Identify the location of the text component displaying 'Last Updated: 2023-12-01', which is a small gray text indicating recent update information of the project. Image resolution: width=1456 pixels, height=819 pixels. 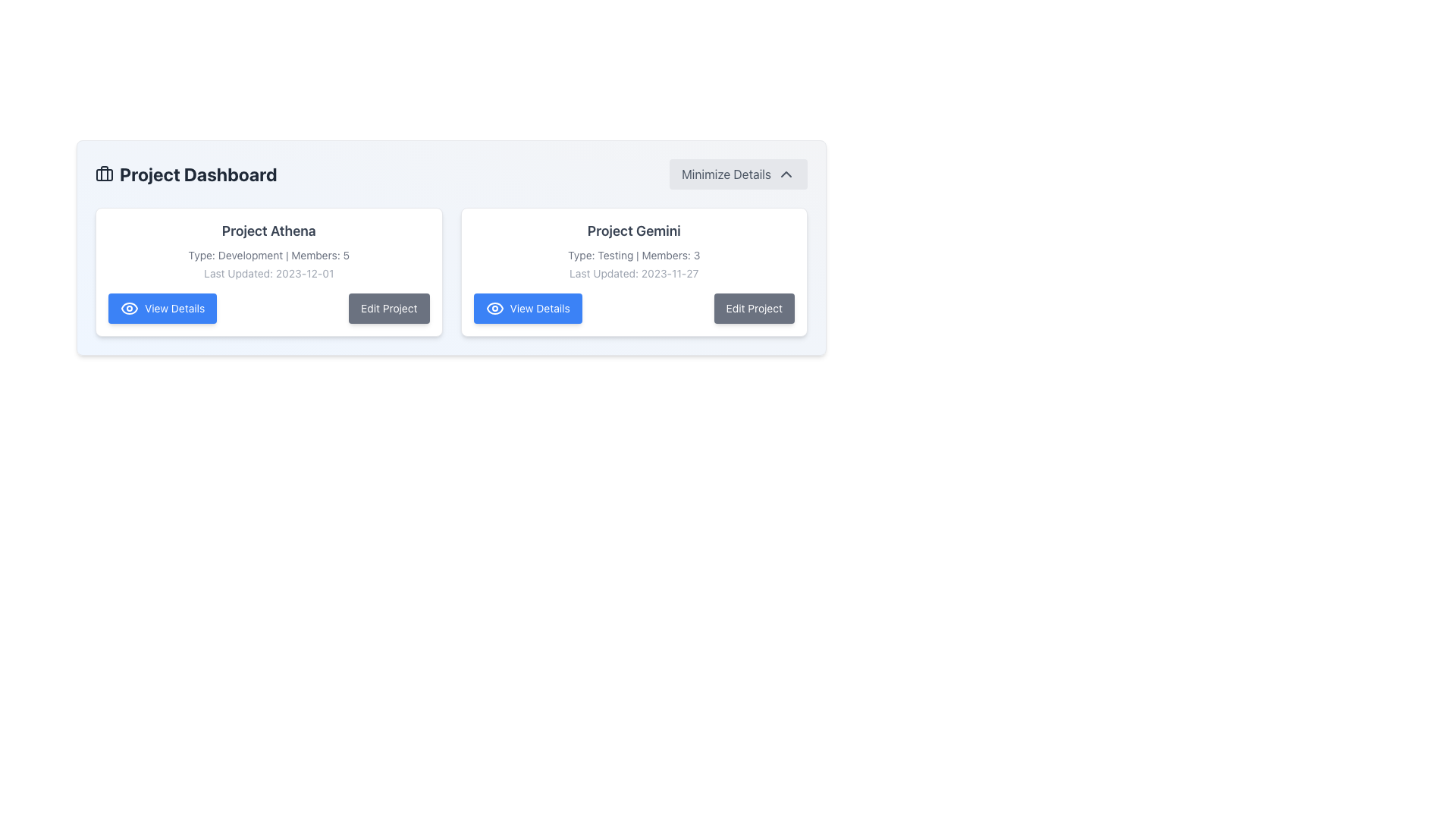
(268, 274).